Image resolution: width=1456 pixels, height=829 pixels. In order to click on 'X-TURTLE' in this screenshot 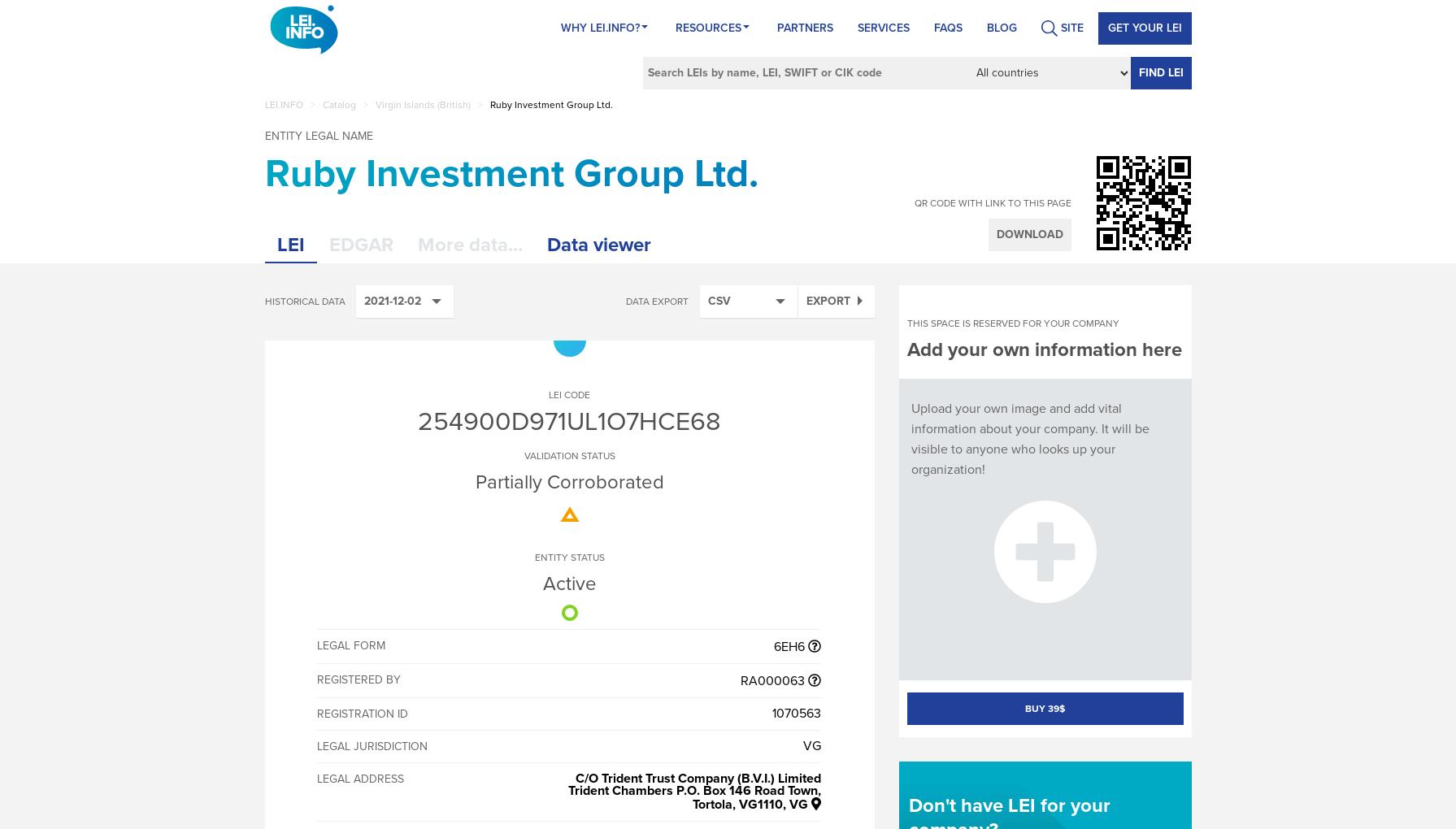, I will do `click(732, 757)`.